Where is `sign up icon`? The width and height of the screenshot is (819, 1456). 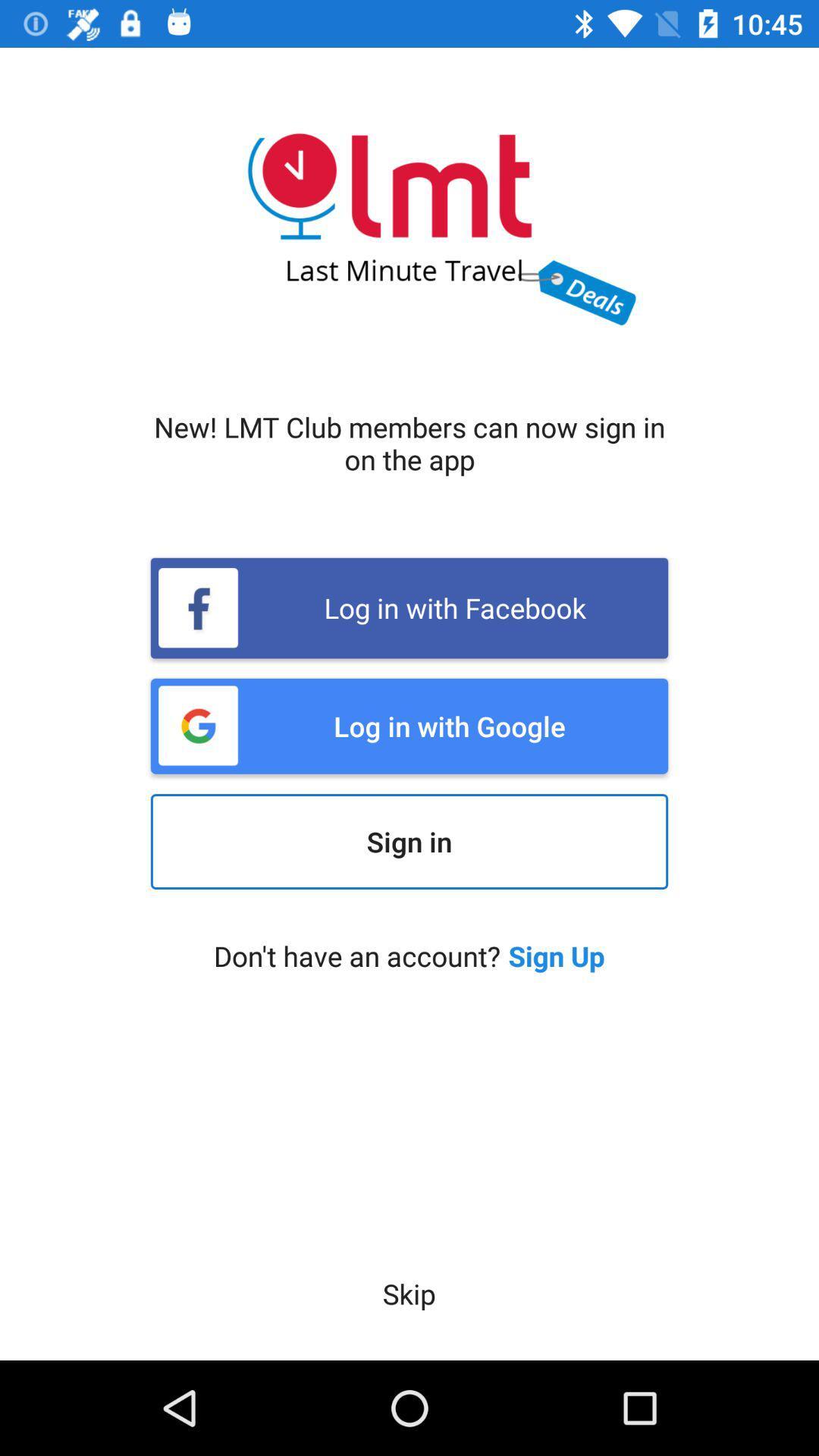
sign up icon is located at coordinates (557, 955).